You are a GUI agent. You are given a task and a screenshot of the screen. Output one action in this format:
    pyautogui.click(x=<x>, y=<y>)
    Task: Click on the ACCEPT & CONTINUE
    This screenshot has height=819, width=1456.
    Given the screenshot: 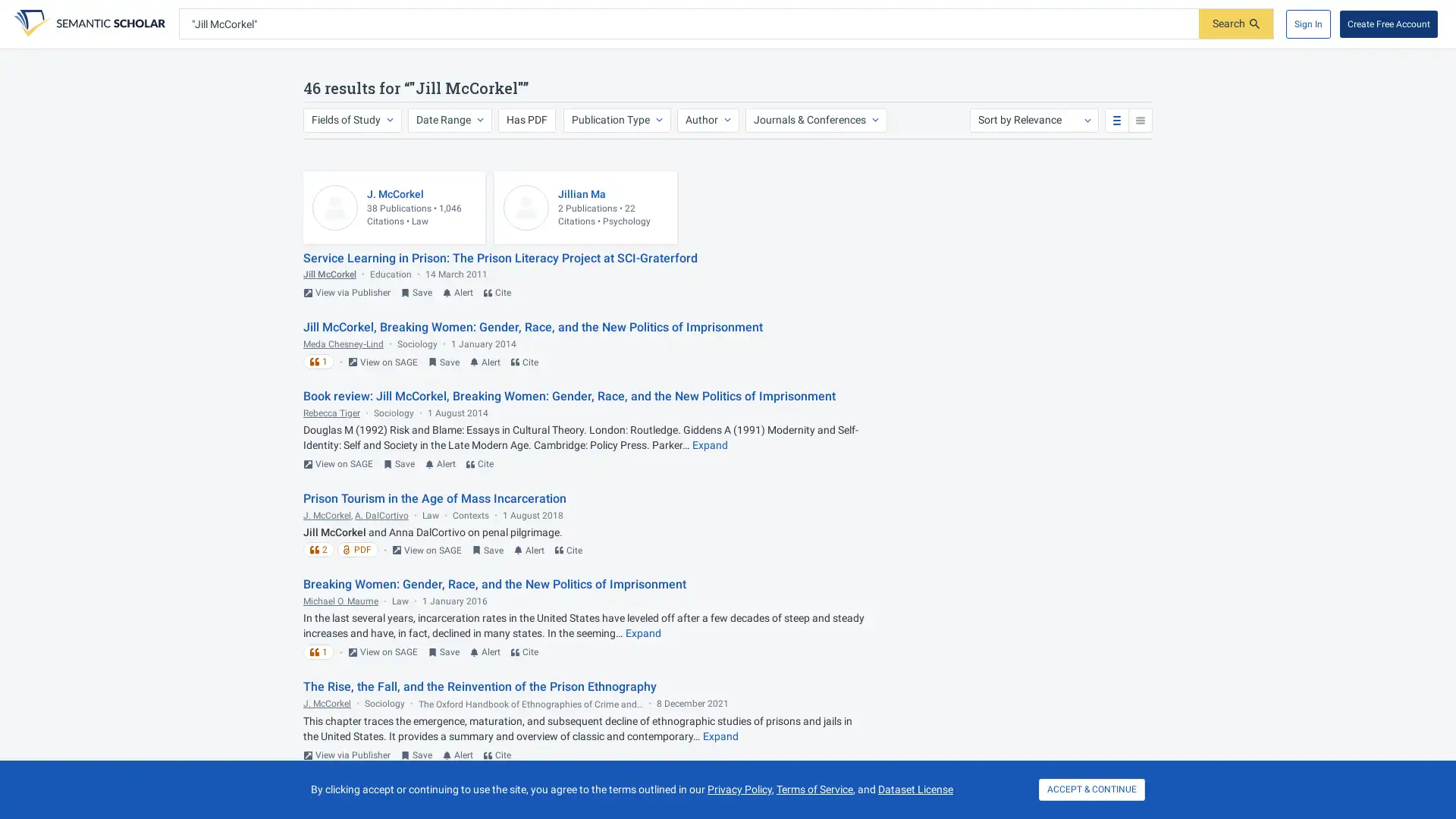 What is the action you would take?
    pyautogui.click(x=1092, y=789)
    